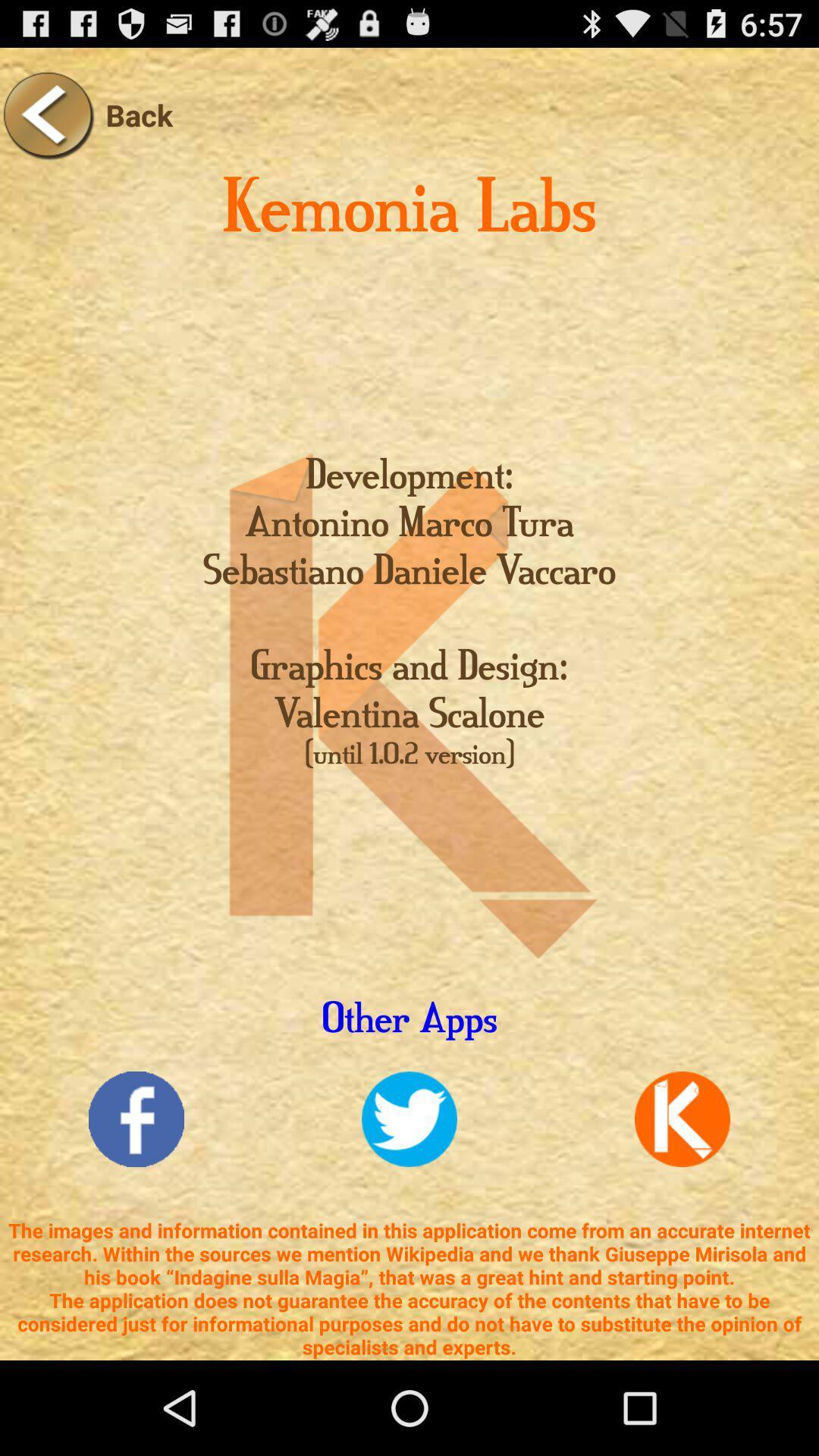 The image size is (819, 1456). What do you see at coordinates (136, 1119) in the screenshot?
I see `facebook` at bounding box center [136, 1119].